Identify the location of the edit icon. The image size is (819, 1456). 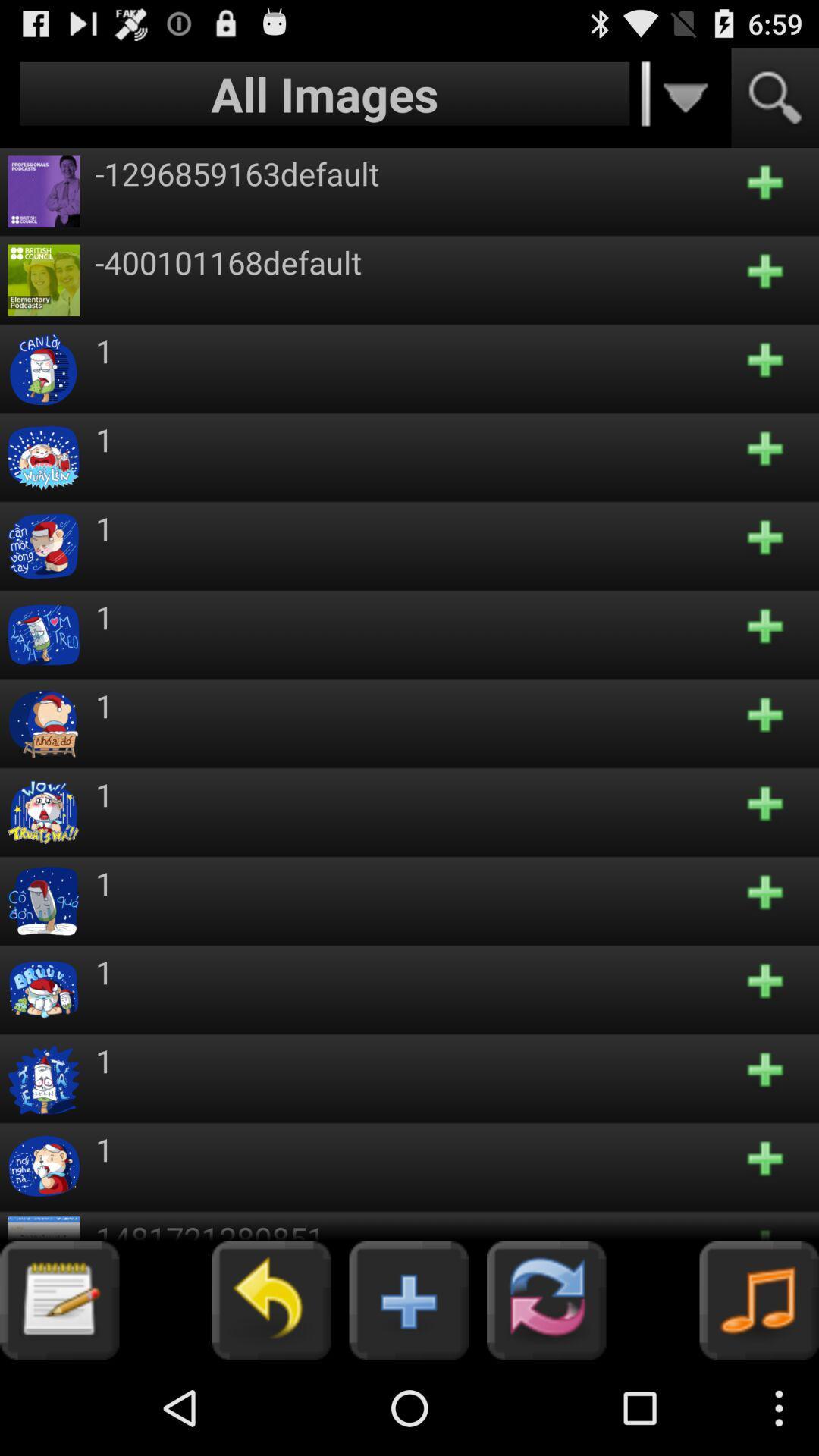
(58, 1392).